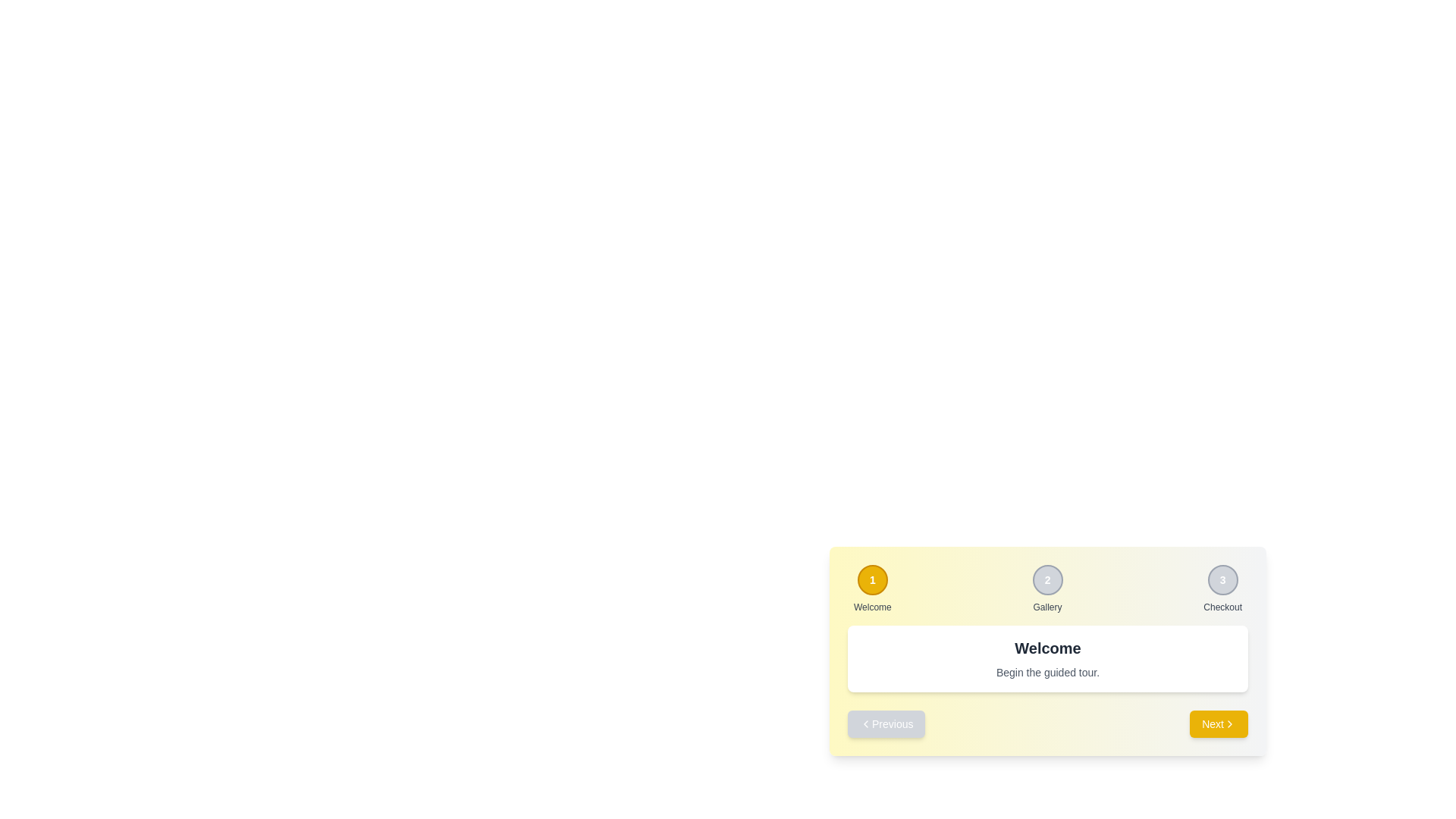 This screenshot has width=1456, height=819. What do you see at coordinates (1222, 607) in the screenshot?
I see `the 'Checkout' text label, which is a small, gray-colored label located below the circular marker labeled '3', on the right side of the user interface` at bounding box center [1222, 607].